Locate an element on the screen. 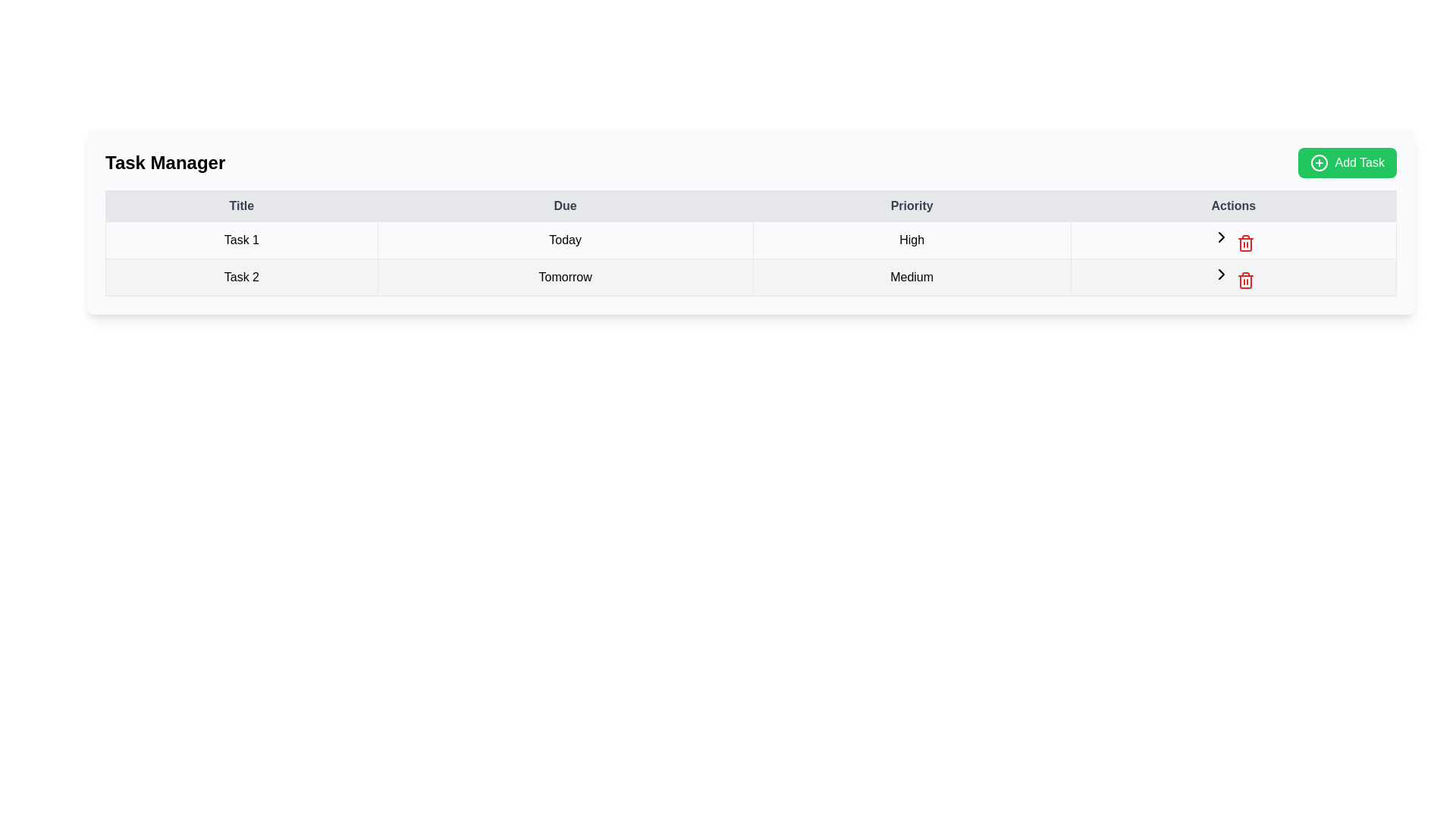 The image size is (1456, 819). the text cell displaying 'Today' in the 'Due' column of the 'Task 1' row, which is styled with centered alignment inside a bordered rectangular area is located at coordinates (564, 239).